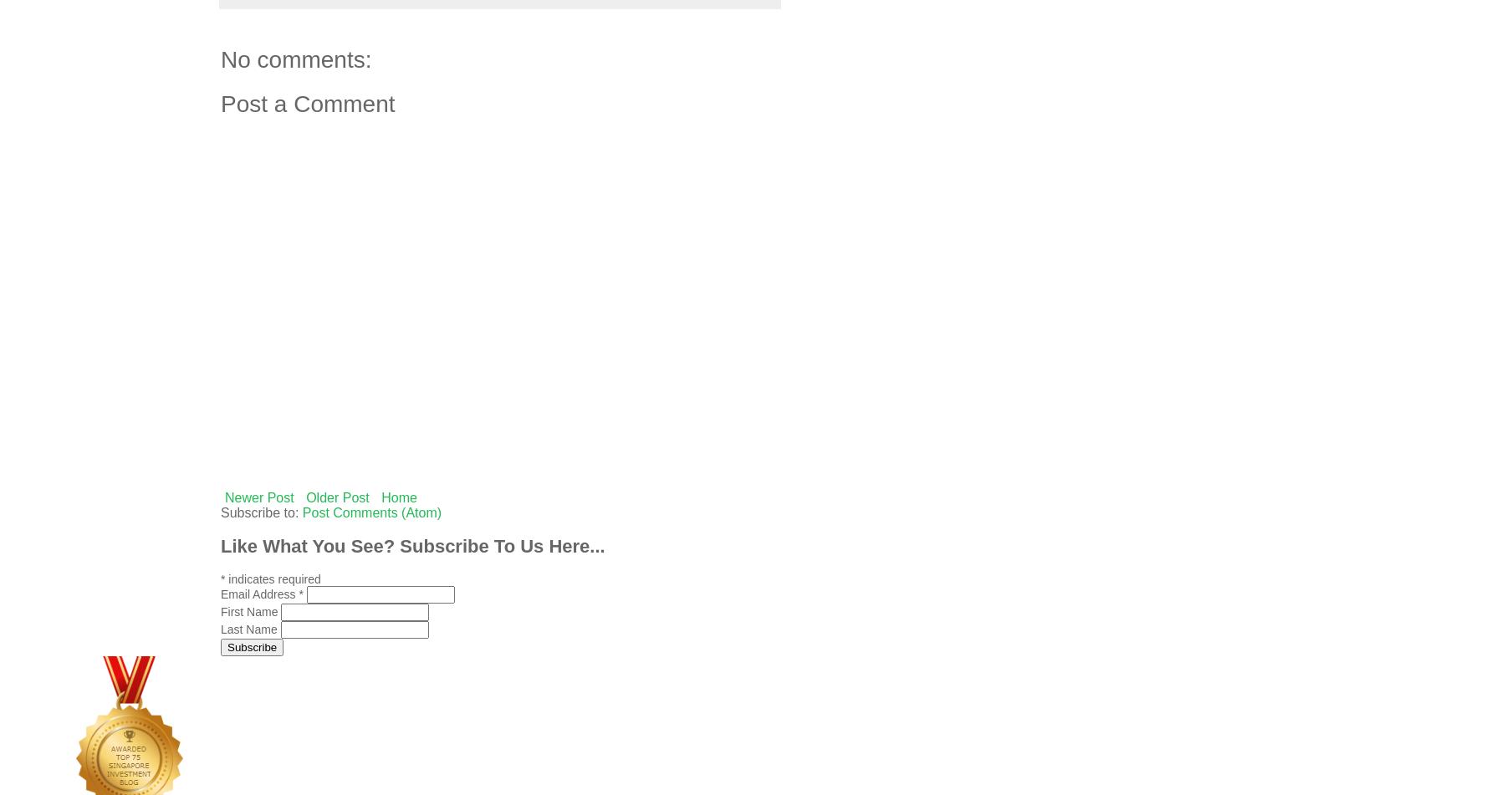  What do you see at coordinates (412, 545) in the screenshot?
I see `'Like What You See? Subscribe To Us Here...'` at bounding box center [412, 545].